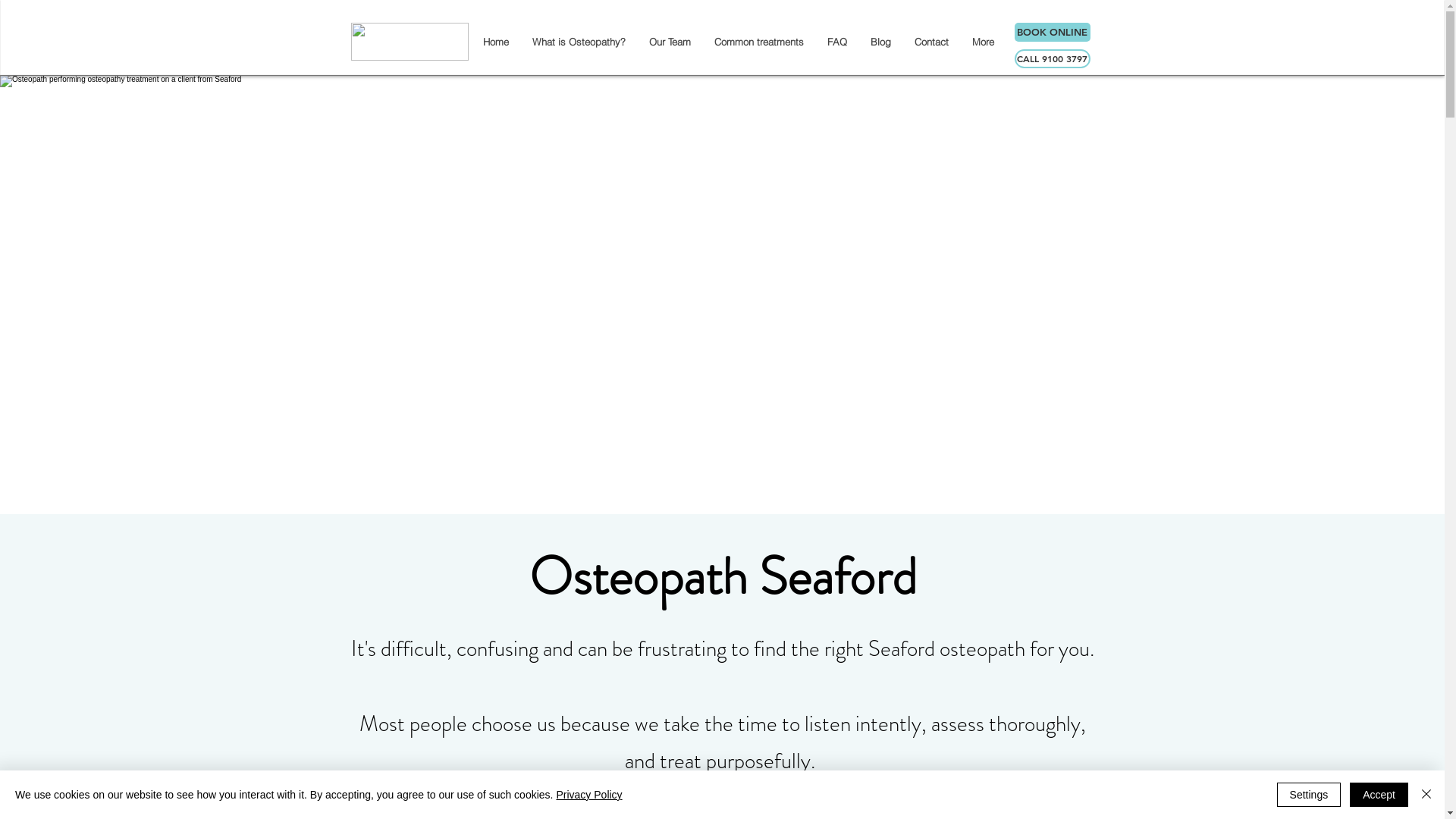 This screenshot has height=819, width=1456. I want to click on 'BOOK ONLINE', so click(1051, 32).